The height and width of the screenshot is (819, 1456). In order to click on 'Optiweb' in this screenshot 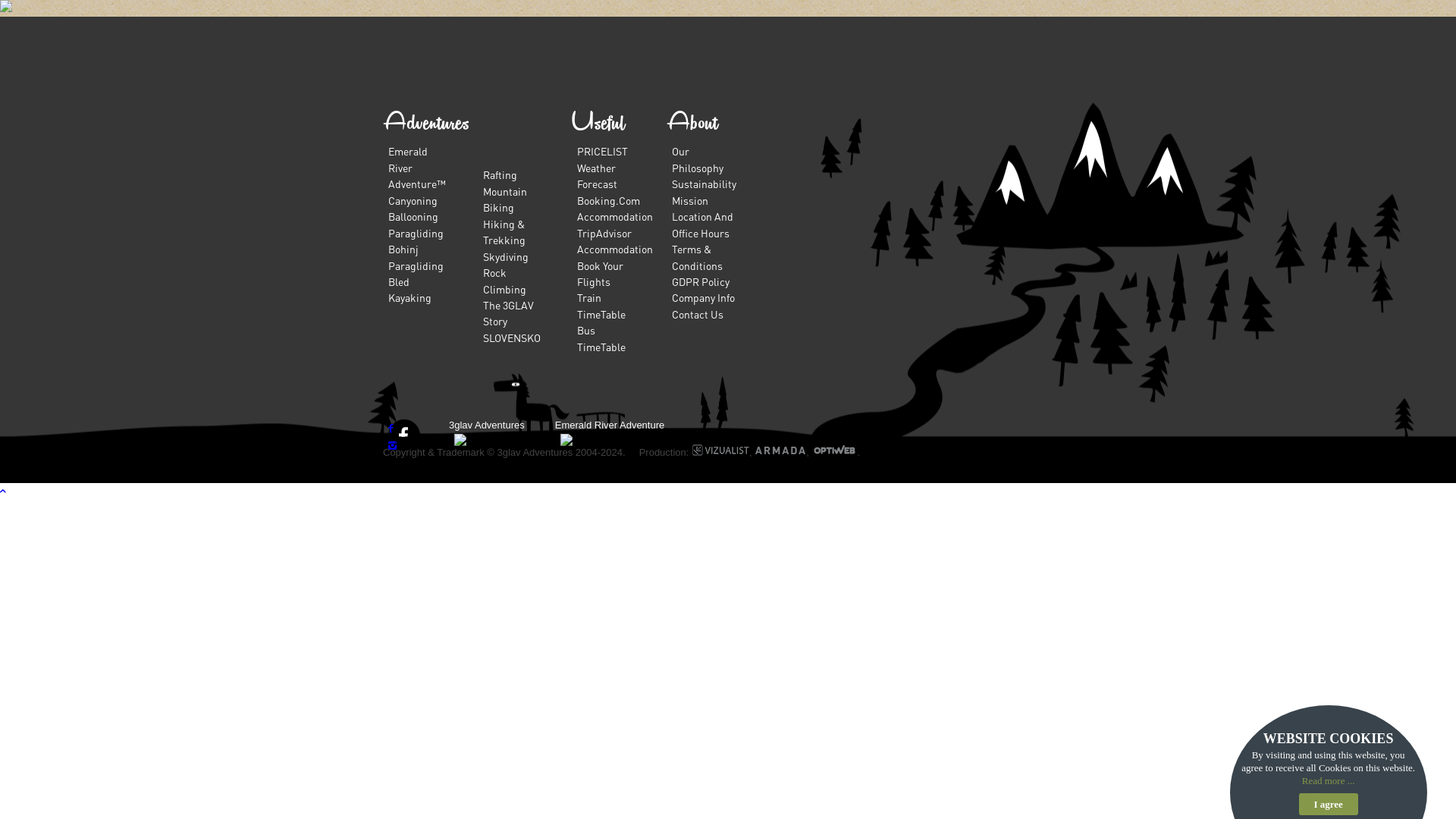, I will do `click(833, 451)`.